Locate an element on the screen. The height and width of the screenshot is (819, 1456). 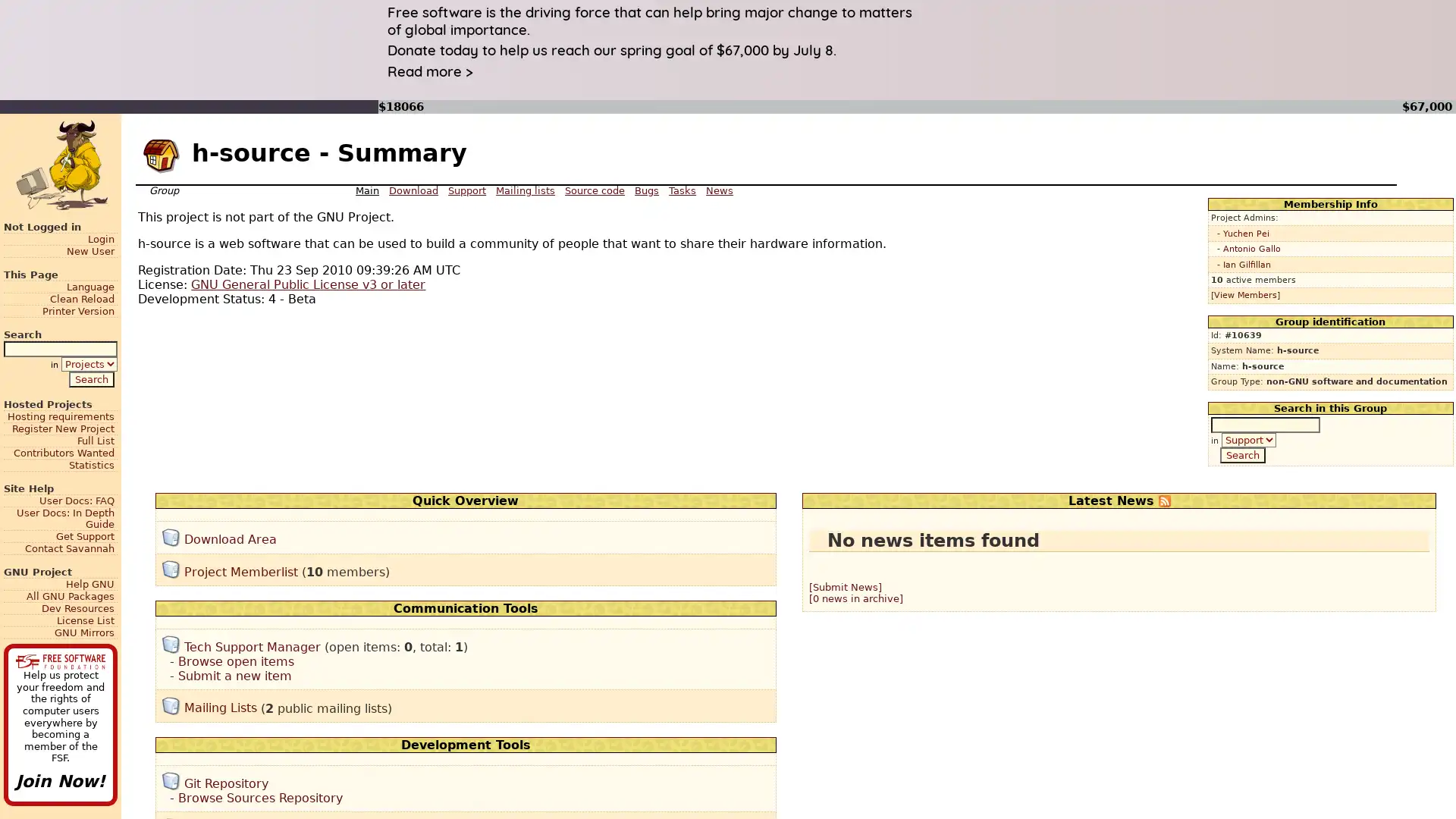
Search is located at coordinates (90, 378).